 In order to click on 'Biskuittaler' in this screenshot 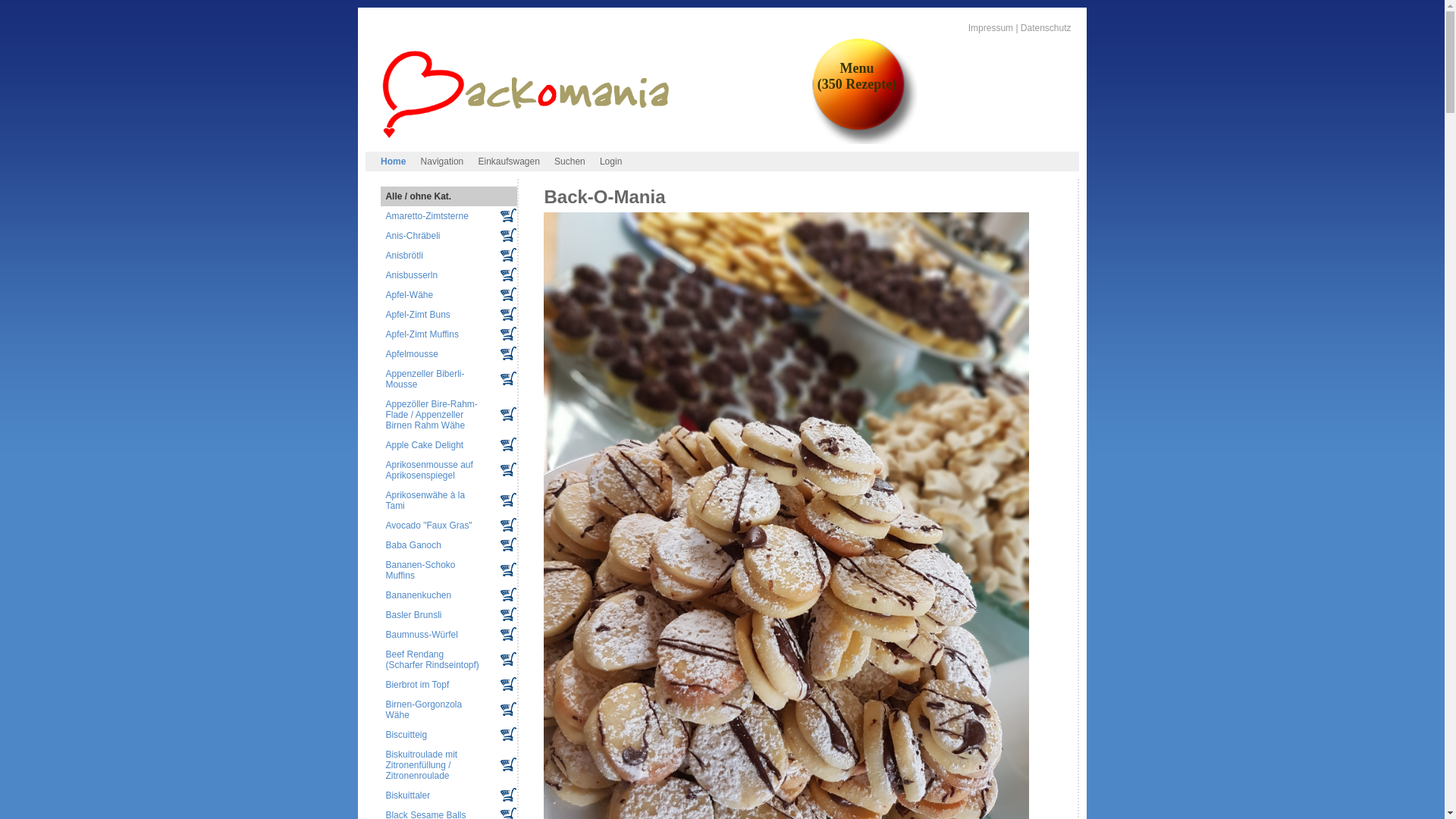, I will do `click(407, 795)`.